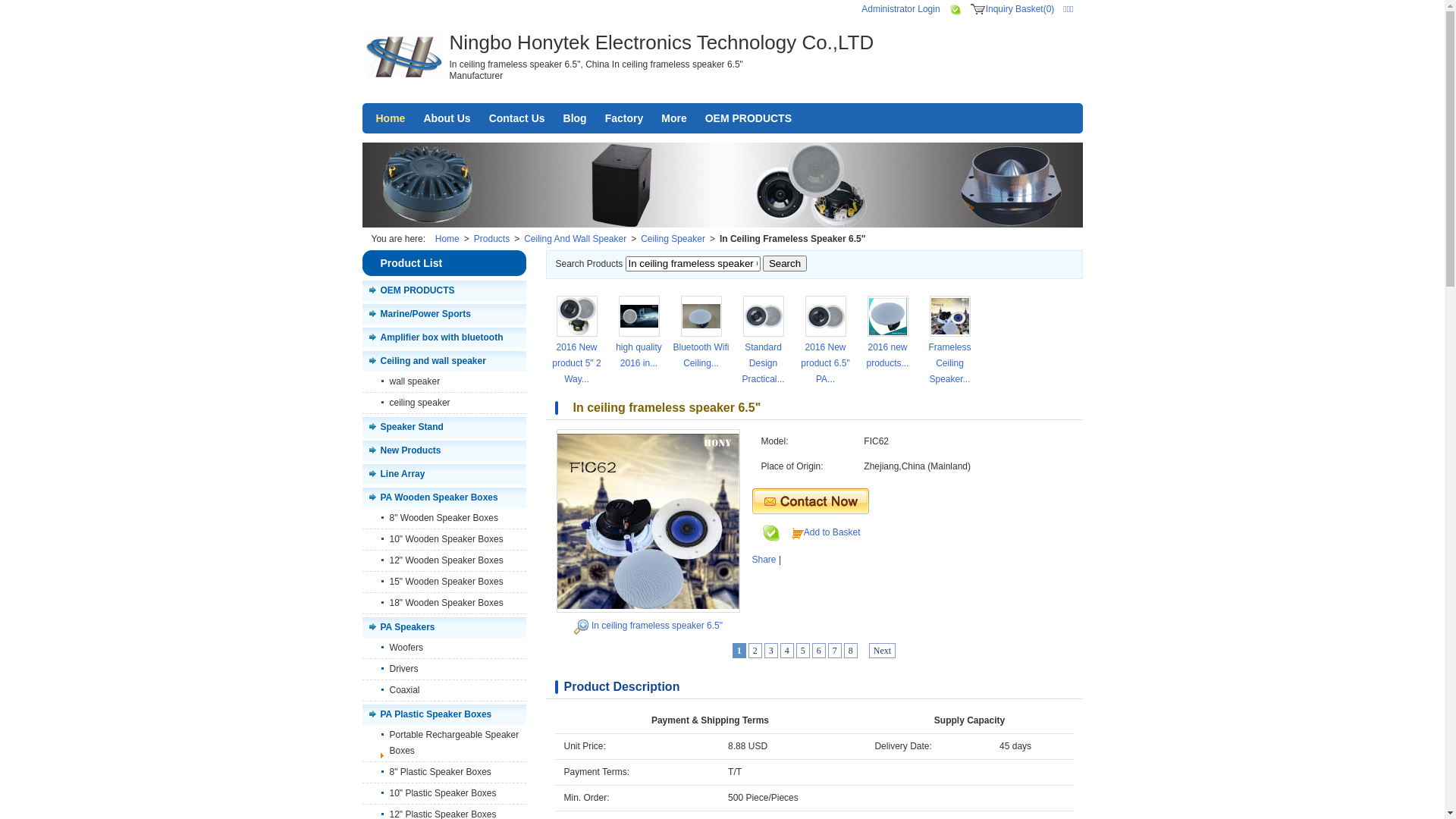  What do you see at coordinates (803, 532) in the screenshot?
I see `'Add to Basket'` at bounding box center [803, 532].